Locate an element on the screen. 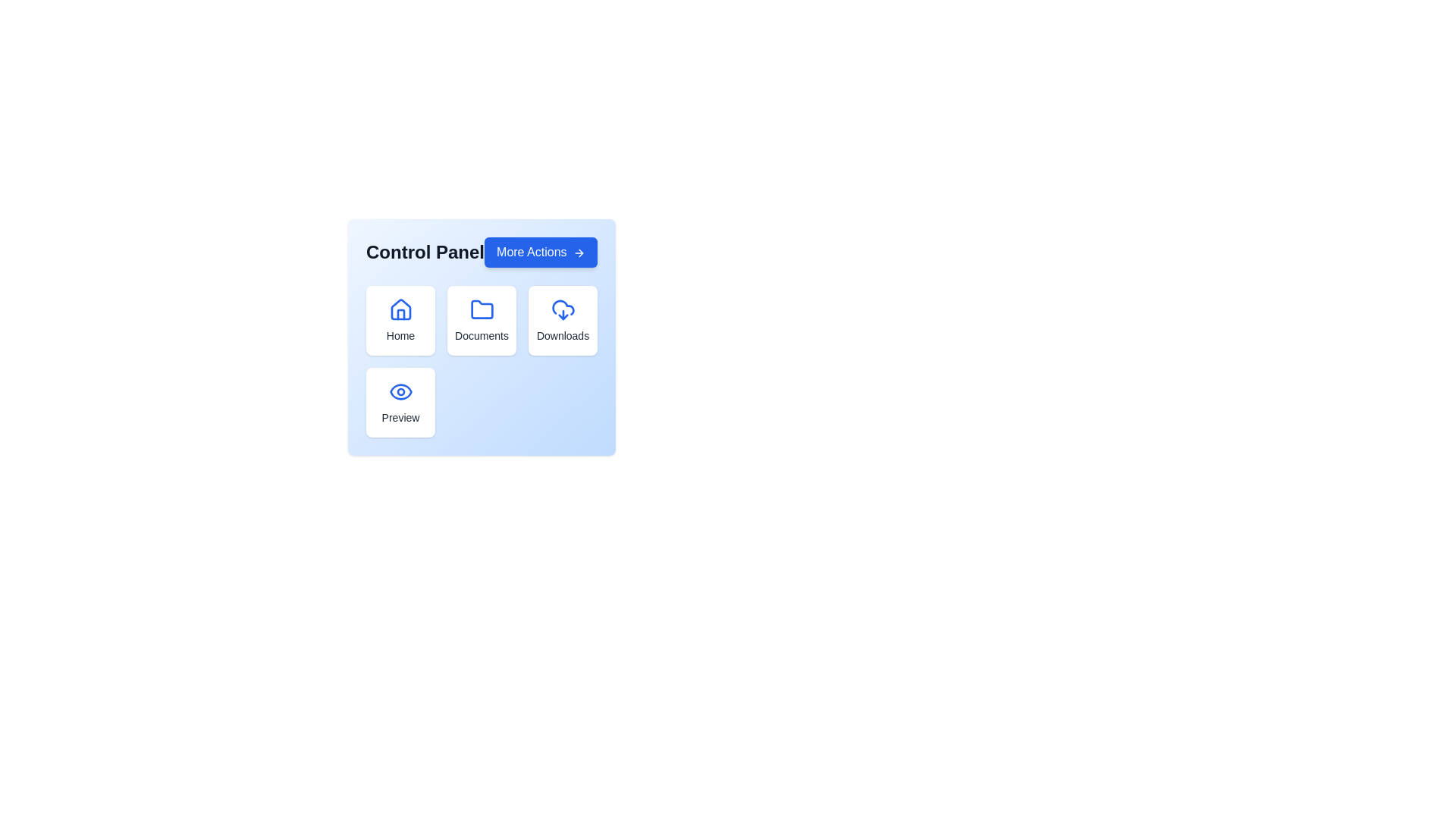  the centrally aligned text label that describes the adjacent folder icon in the control panel interface is located at coordinates (481, 335).